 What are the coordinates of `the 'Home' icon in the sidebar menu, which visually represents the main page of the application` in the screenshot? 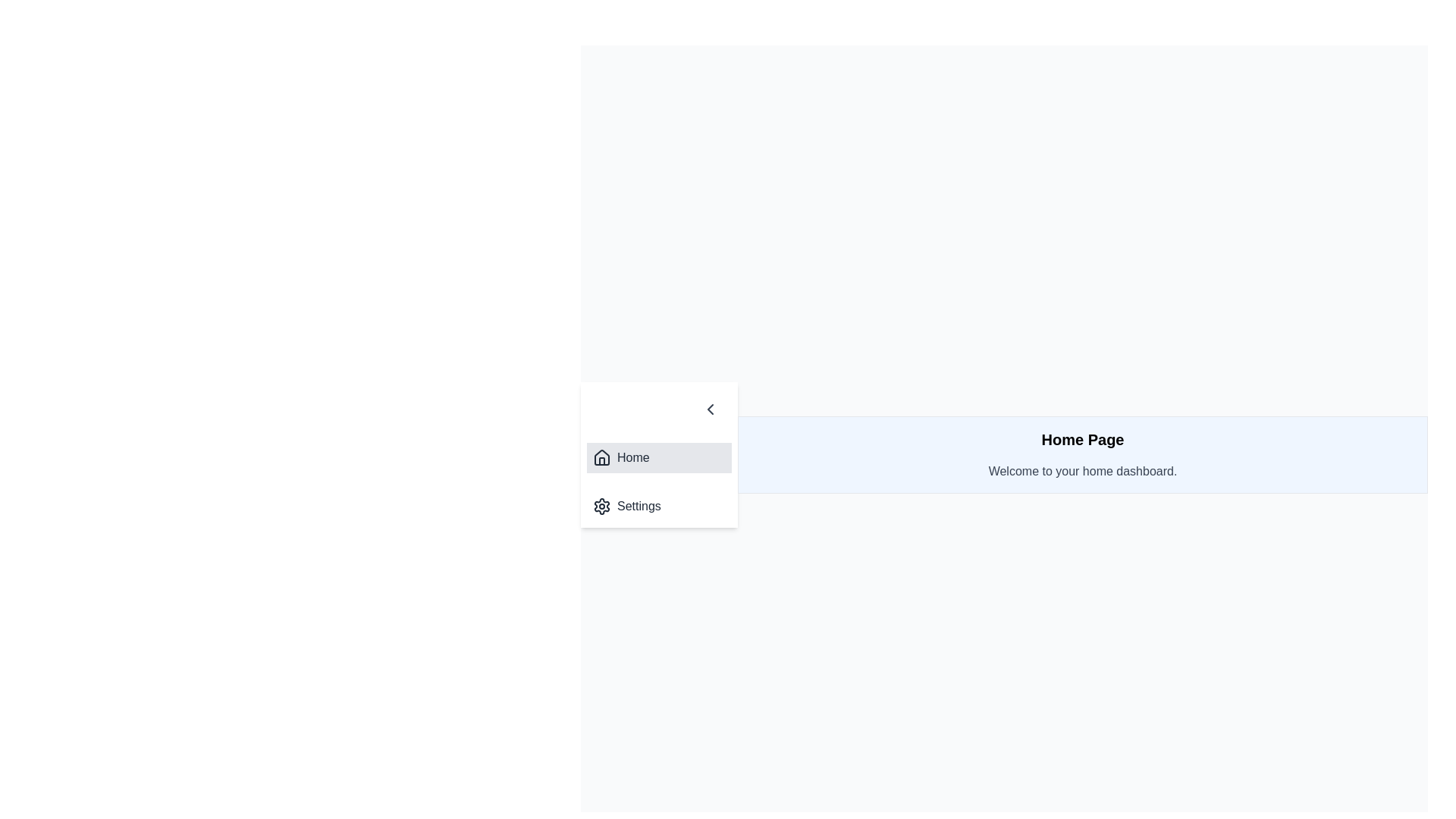 It's located at (601, 457).